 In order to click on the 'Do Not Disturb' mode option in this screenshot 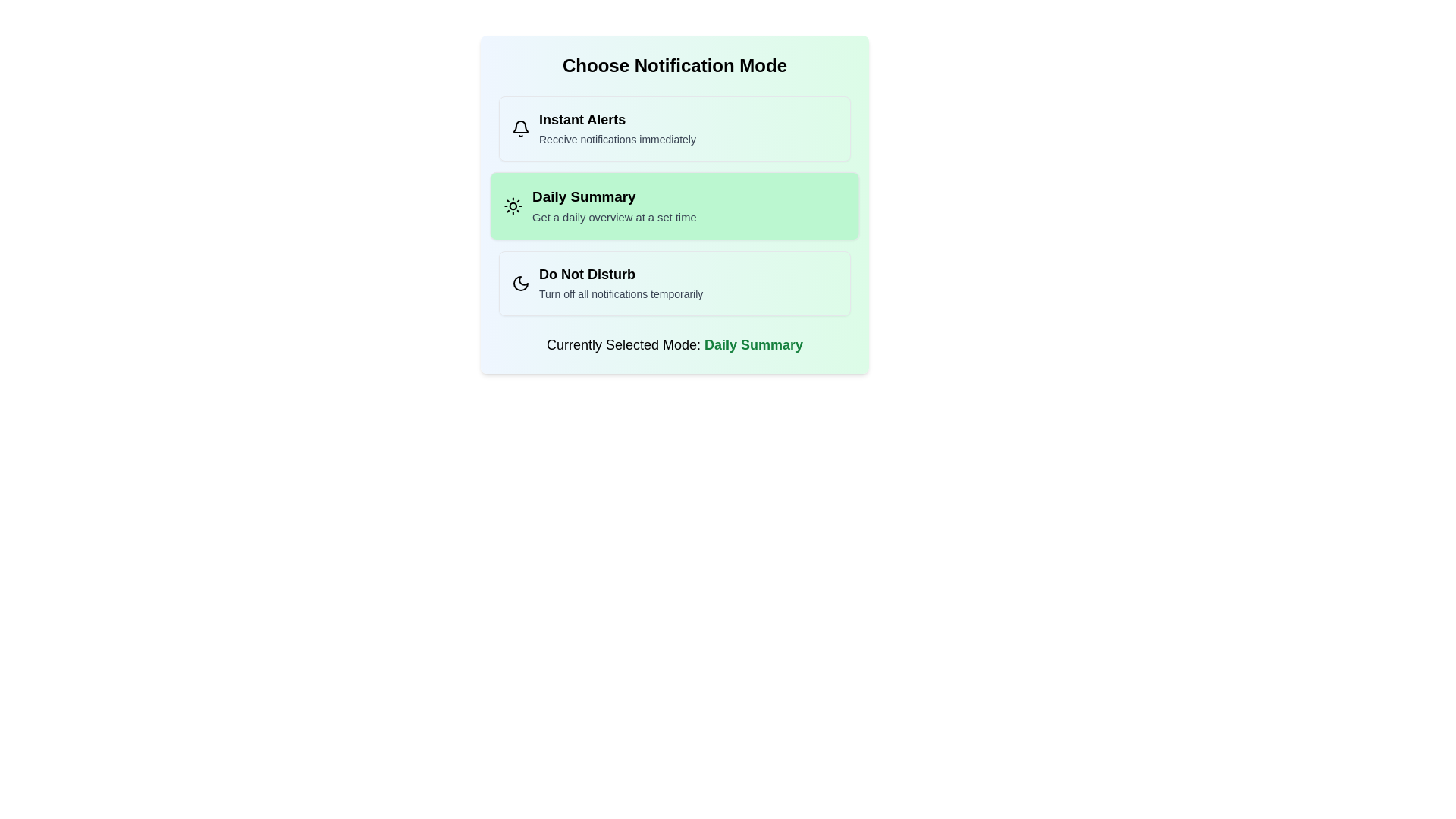, I will do `click(621, 284)`.